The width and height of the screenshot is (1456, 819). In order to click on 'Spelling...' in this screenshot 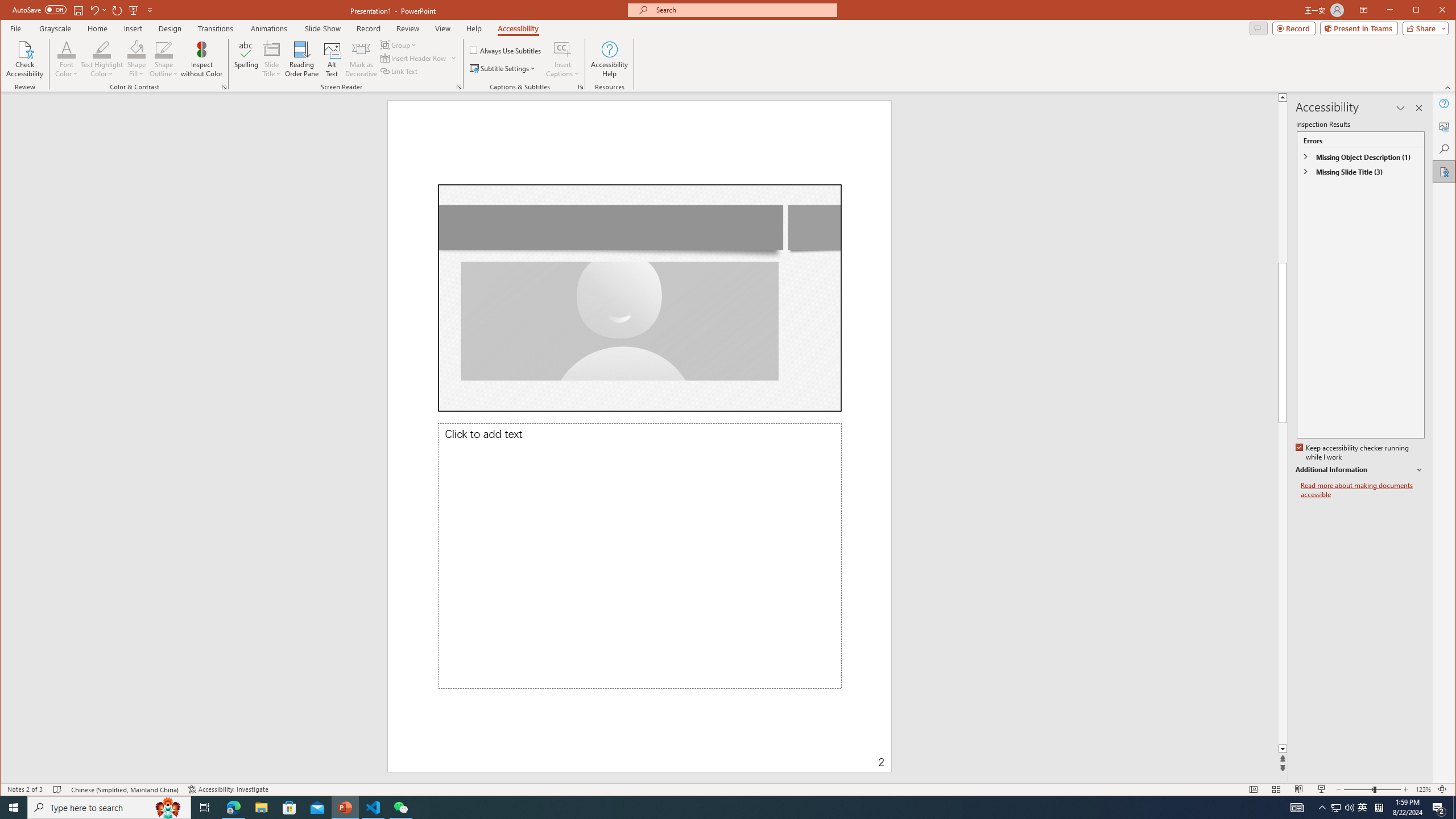, I will do `click(246, 59)`.